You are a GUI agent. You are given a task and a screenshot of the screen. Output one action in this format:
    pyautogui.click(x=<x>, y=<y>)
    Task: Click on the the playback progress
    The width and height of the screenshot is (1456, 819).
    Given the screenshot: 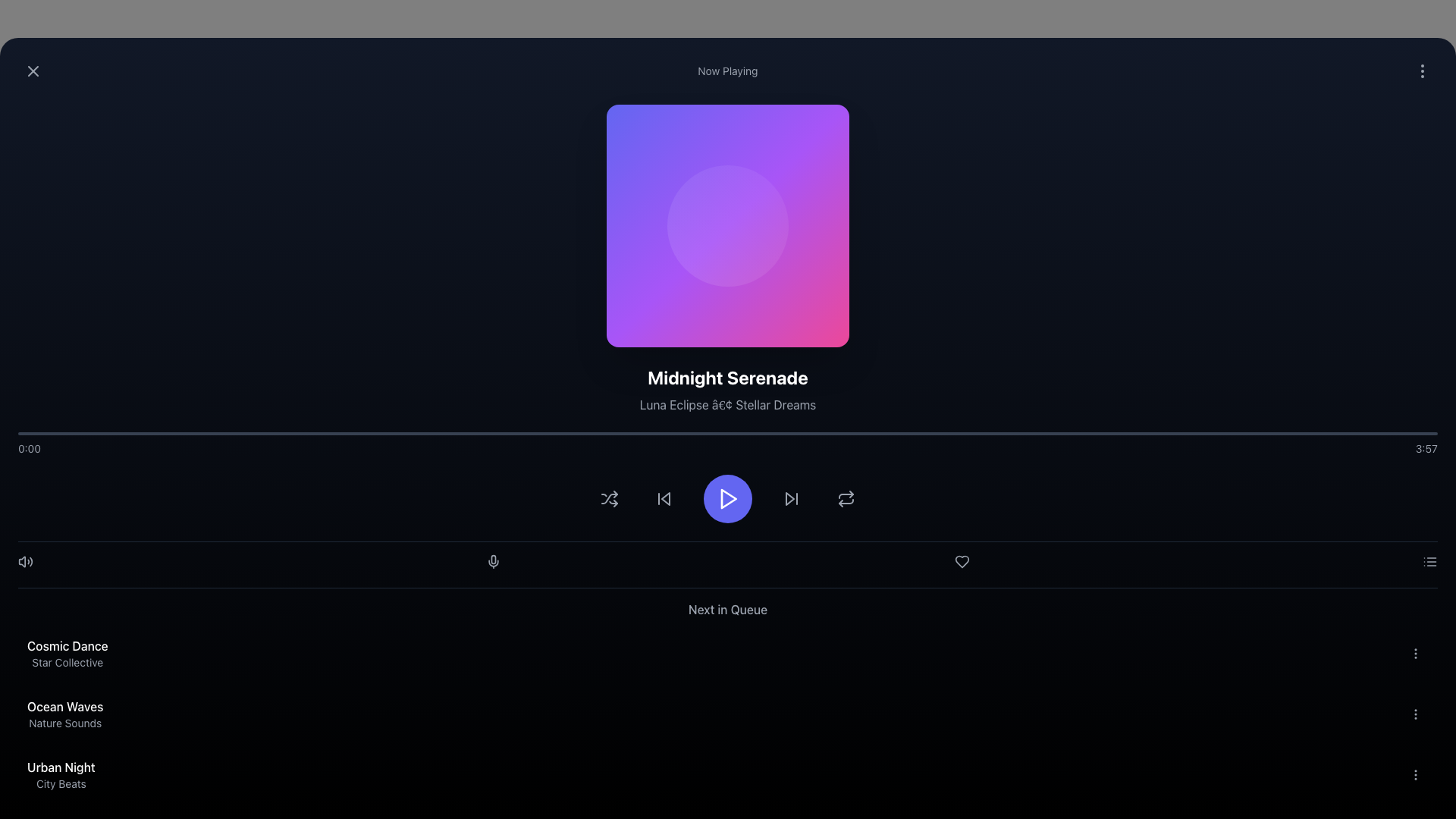 What is the action you would take?
    pyautogui.click(x=1225, y=433)
    